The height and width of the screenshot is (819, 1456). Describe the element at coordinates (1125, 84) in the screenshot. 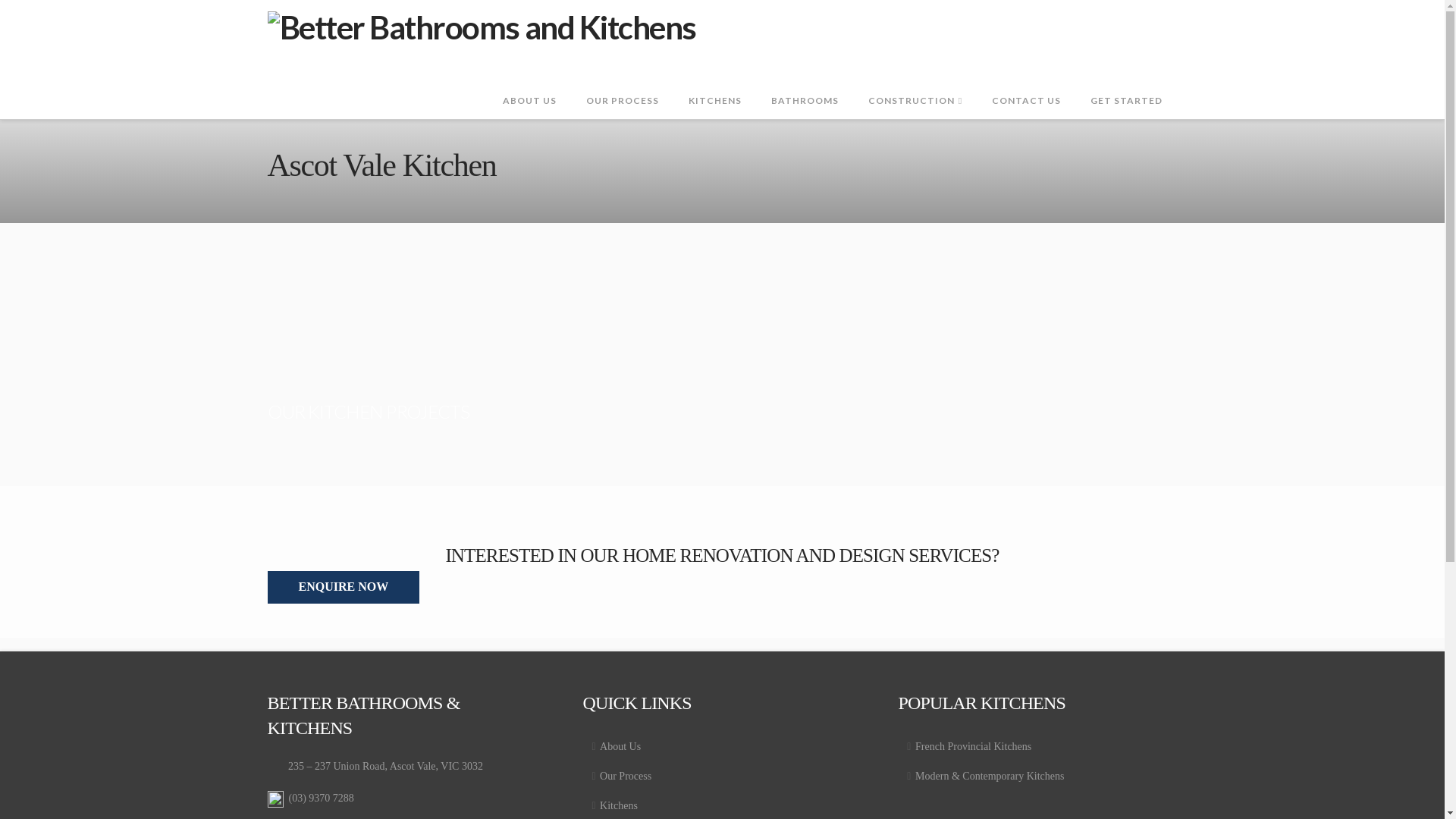

I see `'GET STARTED'` at that location.